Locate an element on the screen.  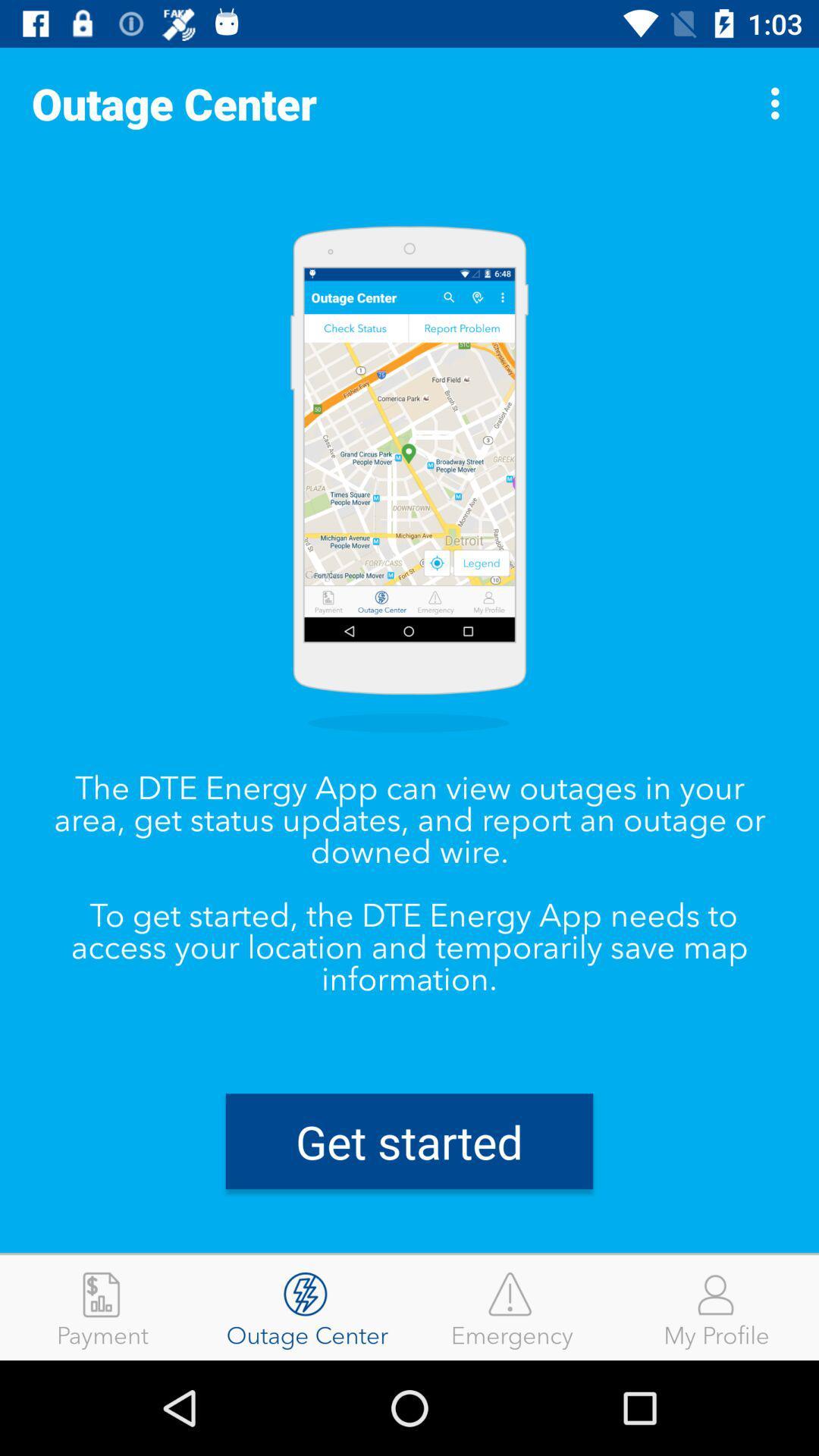
the item at the bottom left corner is located at coordinates (102, 1307).